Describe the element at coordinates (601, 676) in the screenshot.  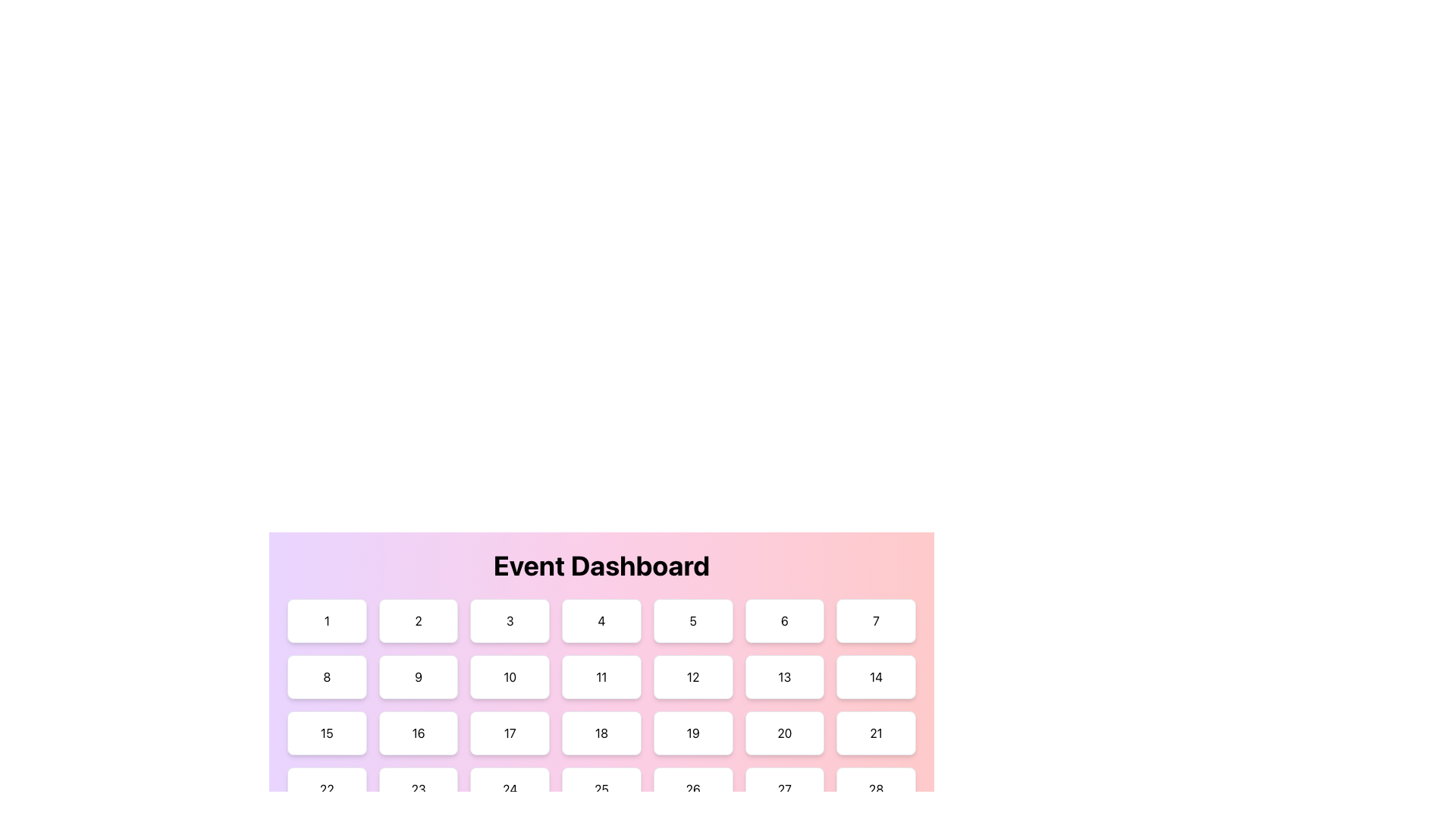
I see `the button labeled '11' in the second row and fourth column of the grid under the 'Event Dashboard'` at that location.